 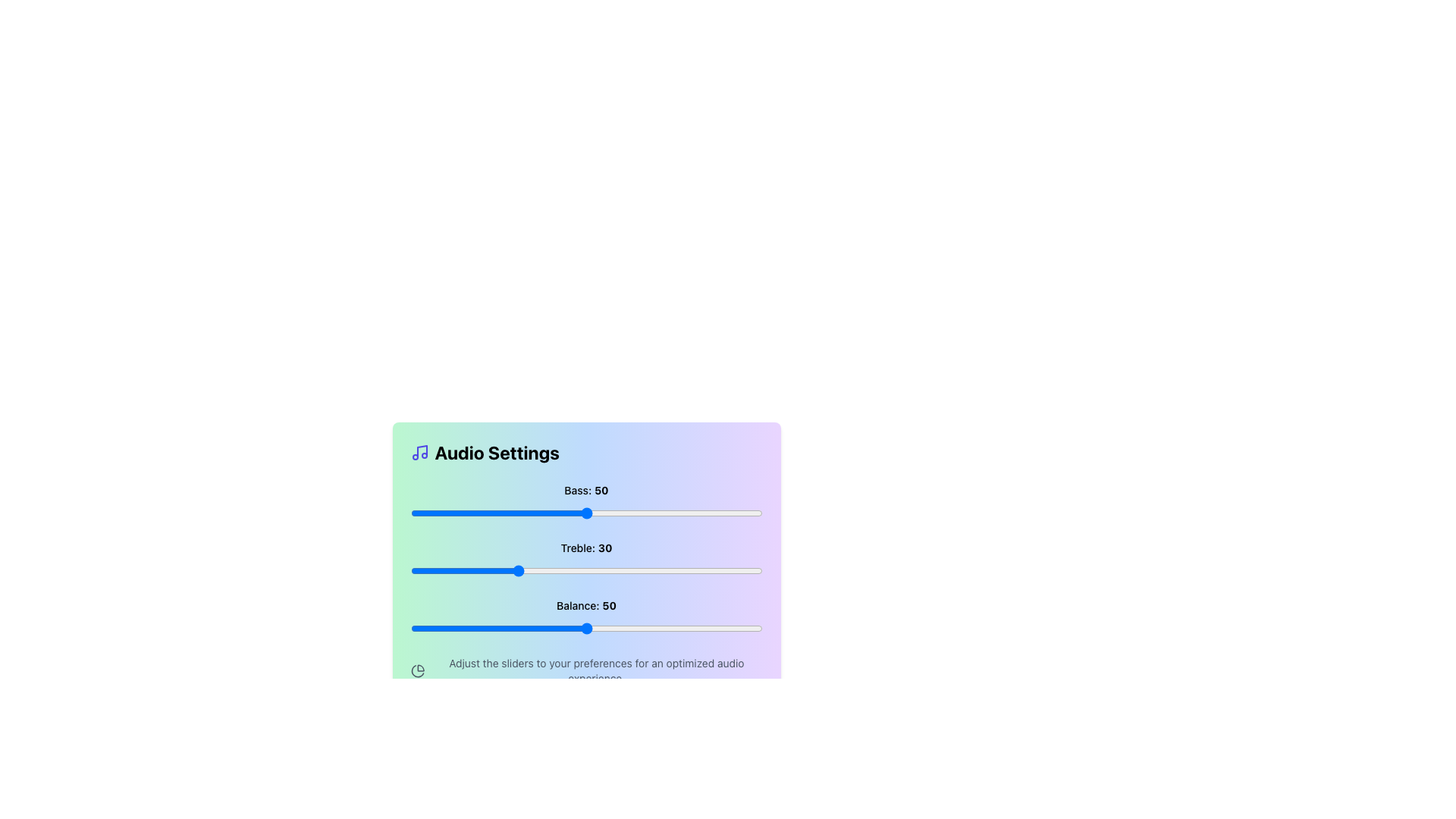 I want to click on the pie chart icon in a minimalist style located at the bottom-left of the 'Audio Settings' card, adjacent to a text description, so click(x=417, y=670).